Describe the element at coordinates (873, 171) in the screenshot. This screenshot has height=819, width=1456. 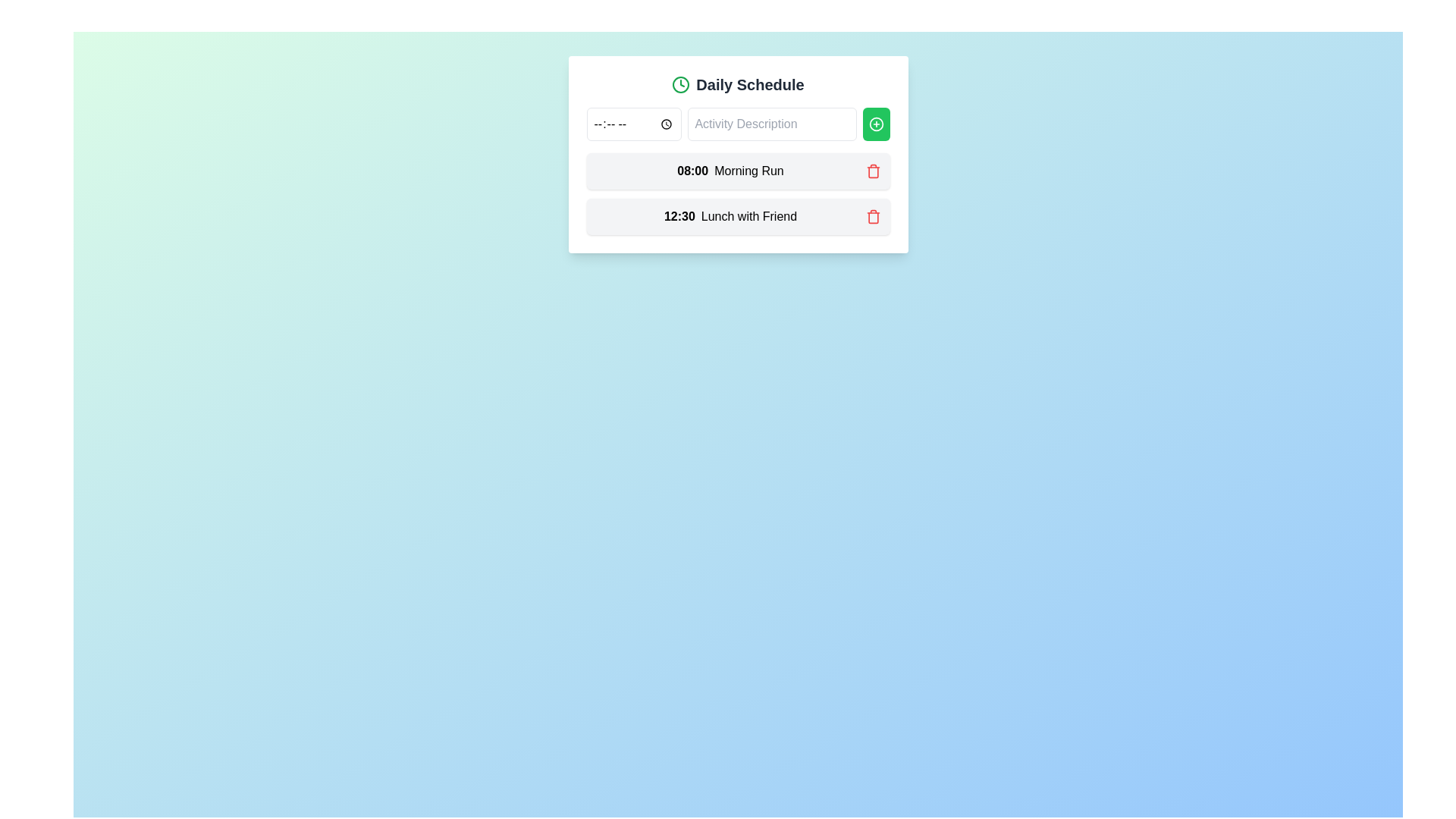
I see `the trash can icon located at the bottom-right corner of the schedule item labeled '12:30 Lunch with Friend'` at that location.